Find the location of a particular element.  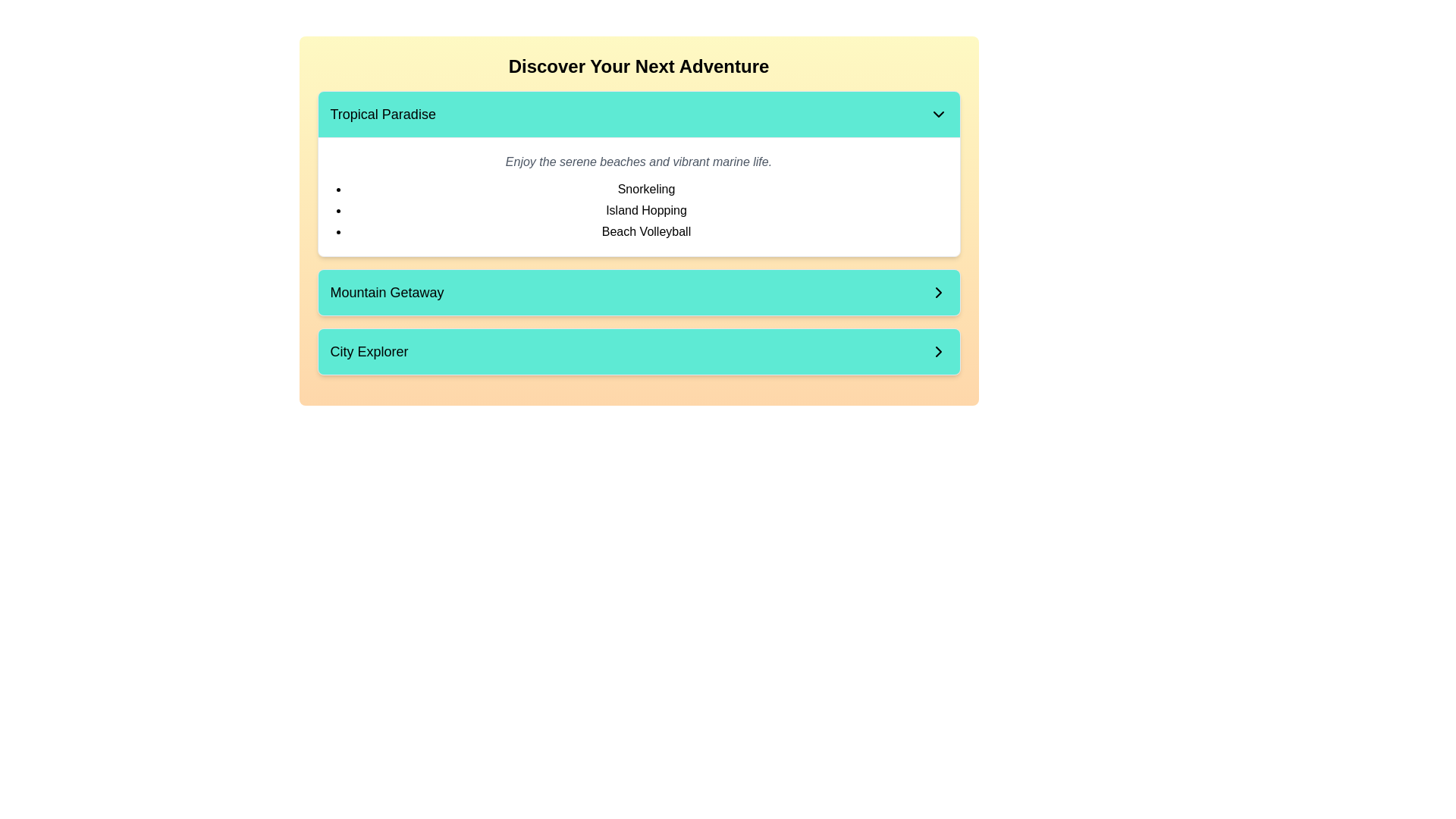

the 'Mountain Getaway' button is located at coordinates (639, 292).